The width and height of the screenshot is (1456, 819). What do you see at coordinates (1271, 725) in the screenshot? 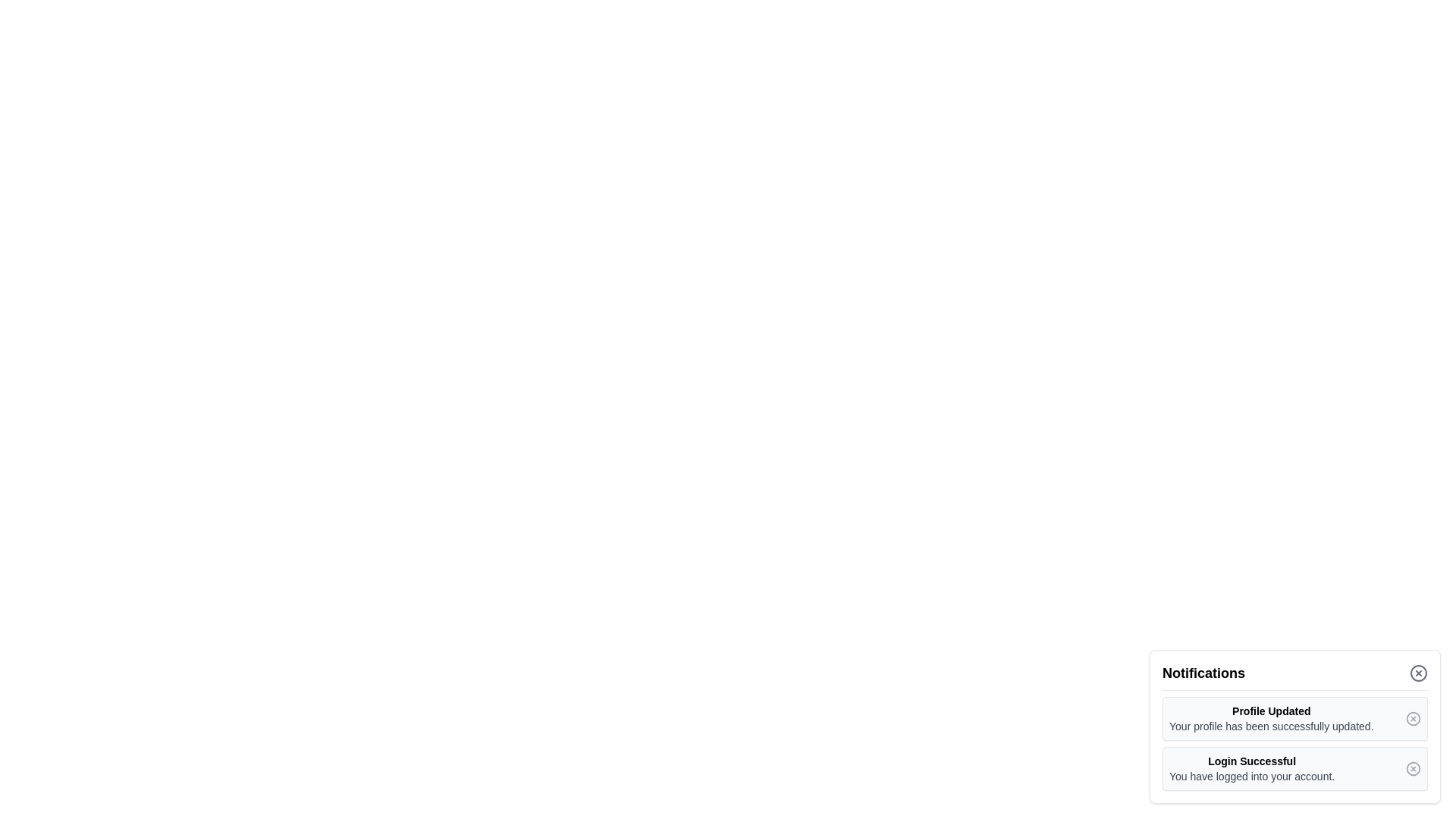
I see `the text label that displays the message 'Your profile has been successfully updated.' located in the notification box at the bottom-right corner of the interface` at bounding box center [1271, 725].